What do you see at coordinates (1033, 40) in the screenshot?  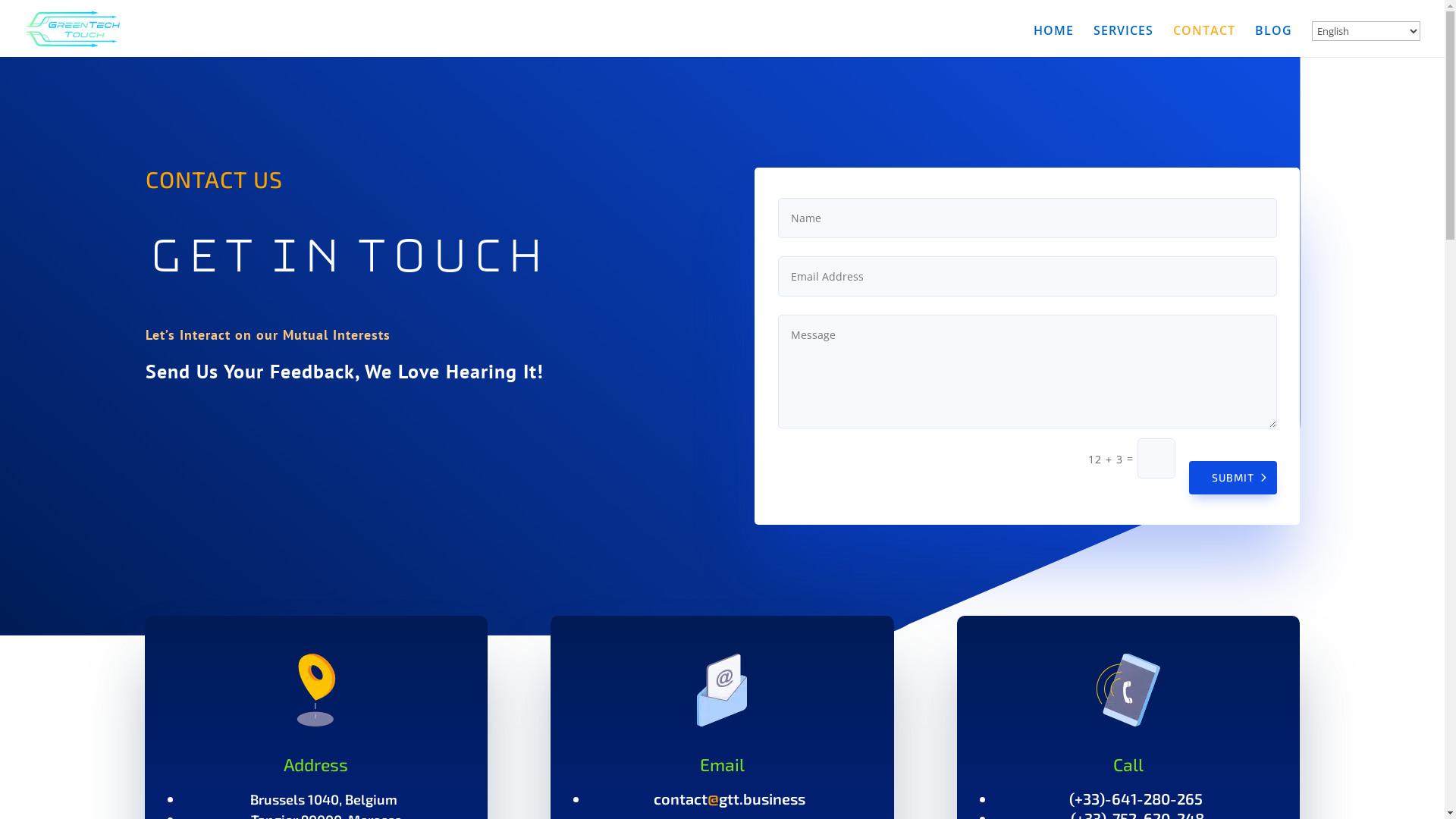 I see `'HOME'` at bounding box center [1033, 40].